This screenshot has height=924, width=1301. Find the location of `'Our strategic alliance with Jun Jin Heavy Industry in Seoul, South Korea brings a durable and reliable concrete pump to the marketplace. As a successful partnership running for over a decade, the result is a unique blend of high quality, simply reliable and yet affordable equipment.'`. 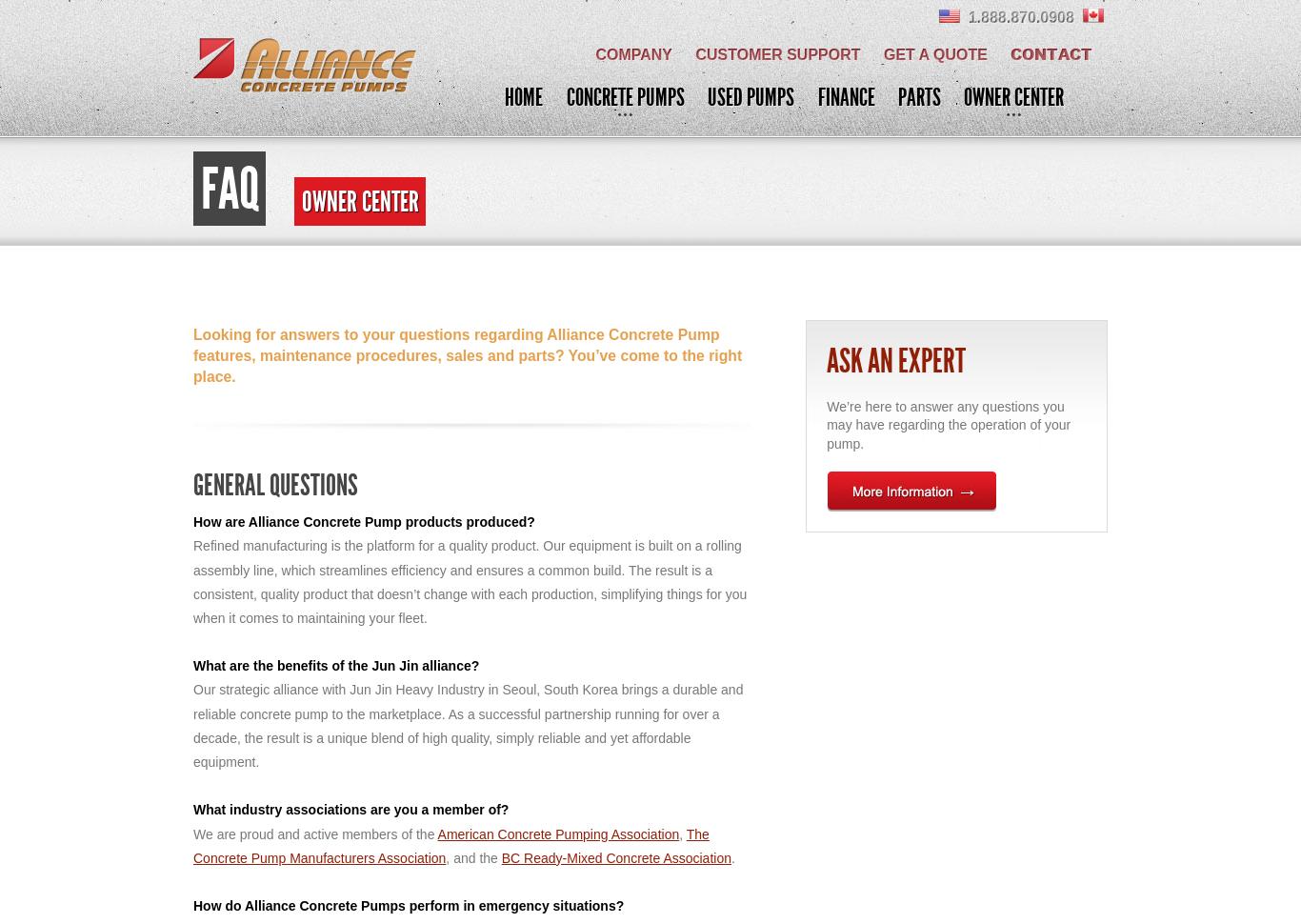

'Our strategic alliance with Jun Jin Heavy Industry in Seoul, South Korea brings a durable and reliable concrete pump to the marketplace. As a successful partnership running for over a decade, the result is a unique blend of high quality, simply reliable and yet affordable equipment.' is located at coordinates (191, 725).